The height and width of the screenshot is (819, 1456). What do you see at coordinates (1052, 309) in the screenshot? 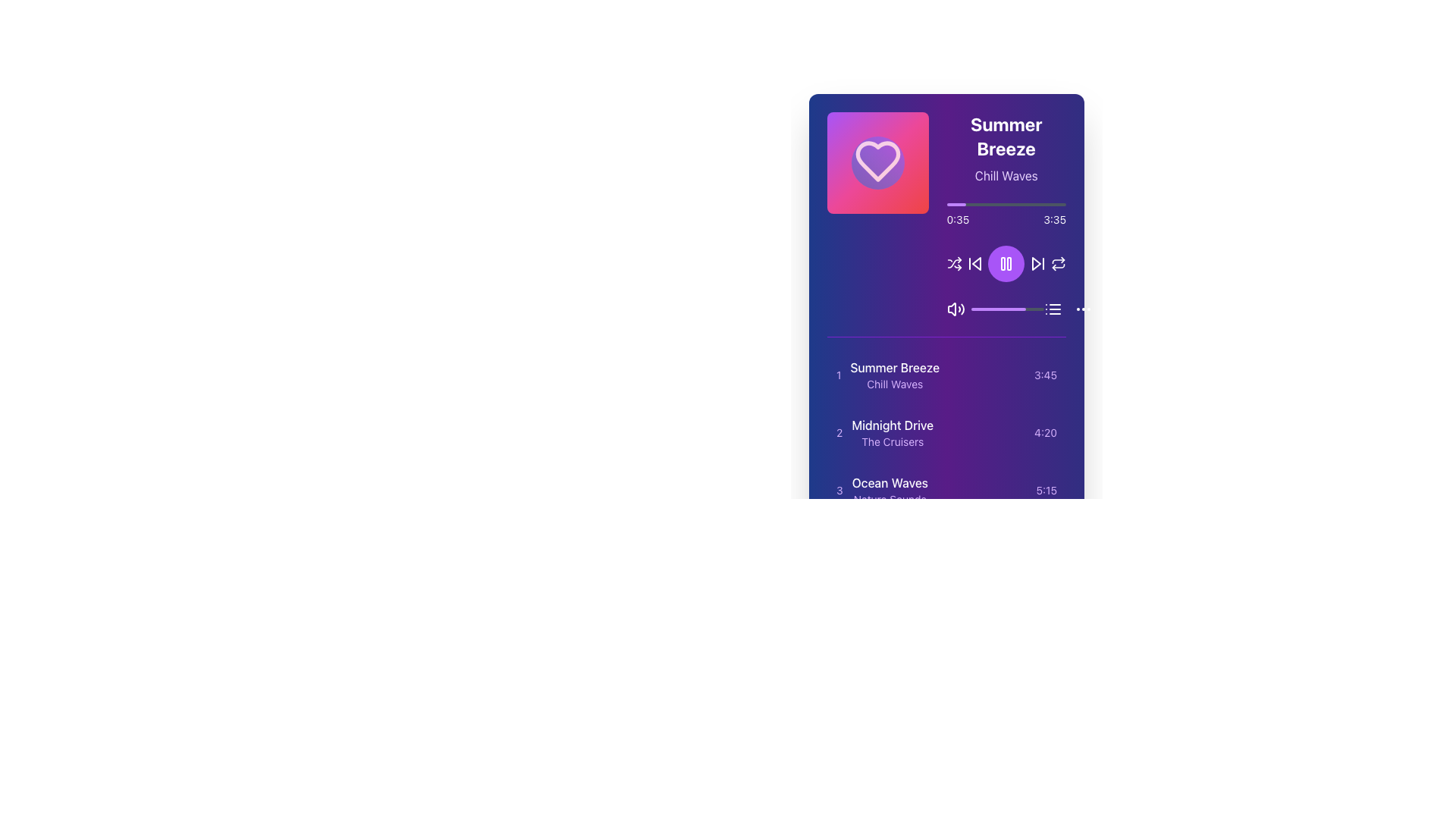
I see `the compact hamburger-style icon button, which consists of three white horizontal lines on a purple background, located at the lower-right corner of the music player interface` at bounding box center [1052, 309].